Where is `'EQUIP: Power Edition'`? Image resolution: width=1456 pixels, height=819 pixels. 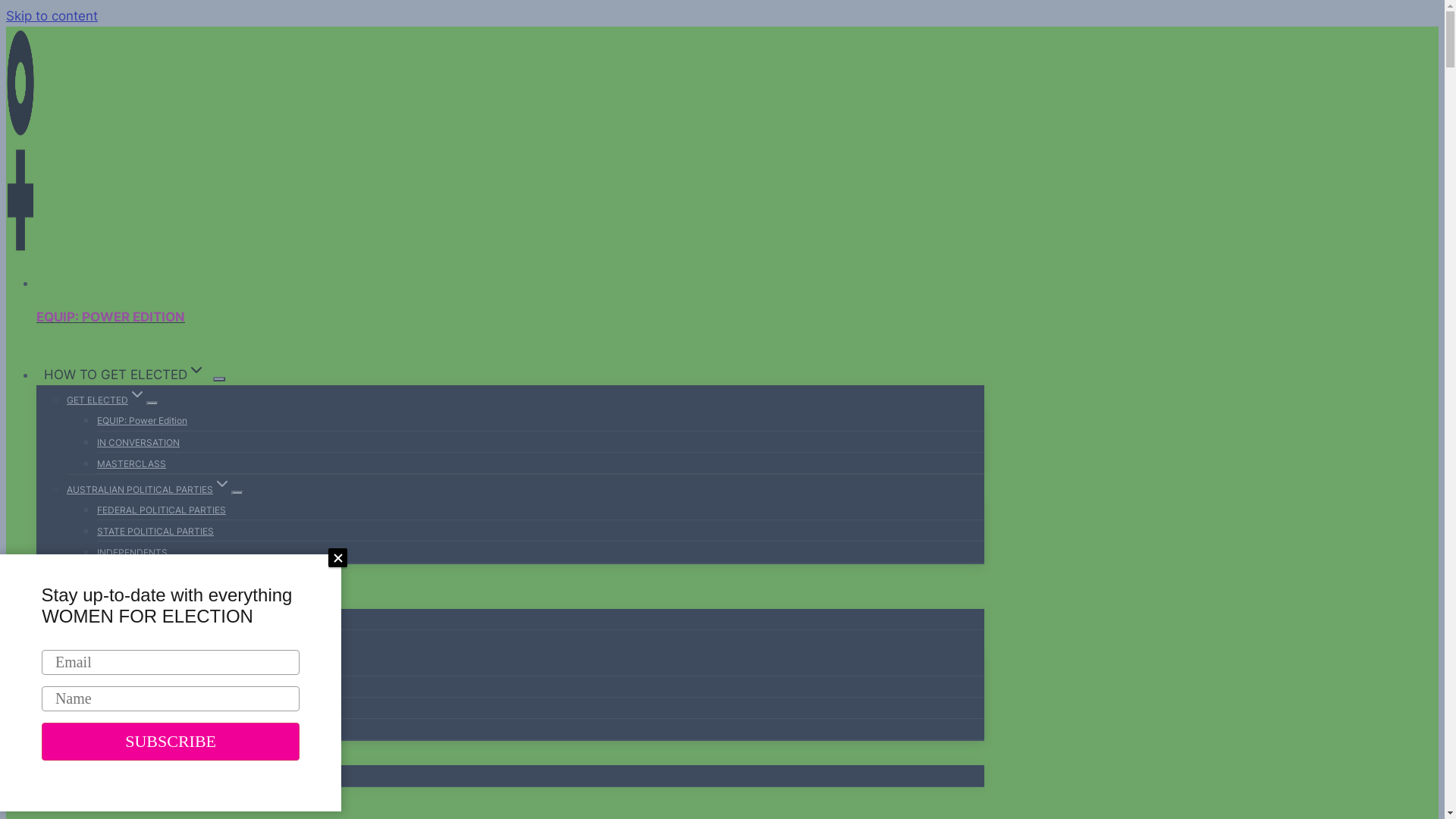 'EQUIP: Power Edition' is located at coordinates (142, 420).